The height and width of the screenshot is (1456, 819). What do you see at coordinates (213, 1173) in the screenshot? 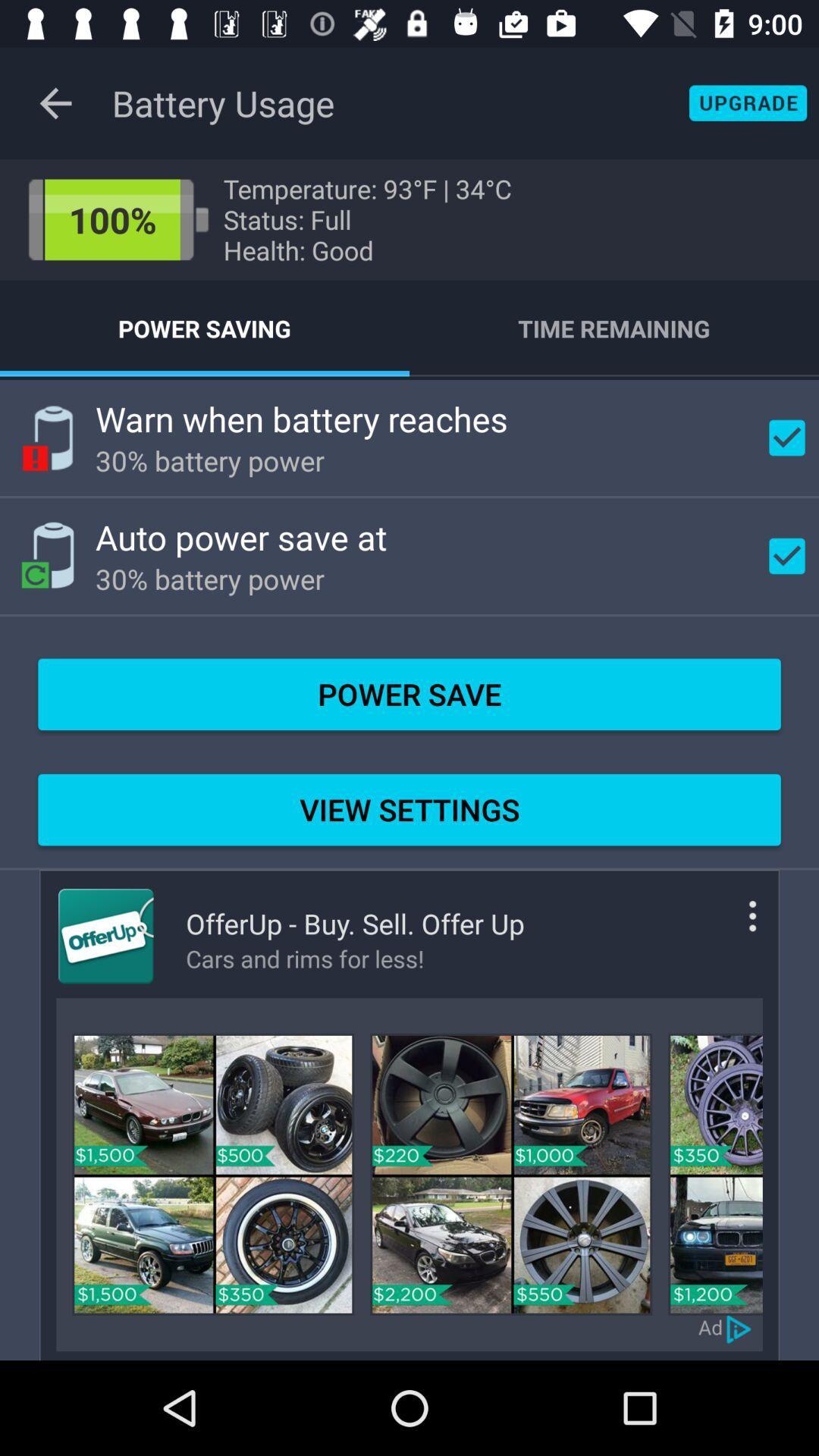
I see `click products to view` at bounding box center [213, 1173].